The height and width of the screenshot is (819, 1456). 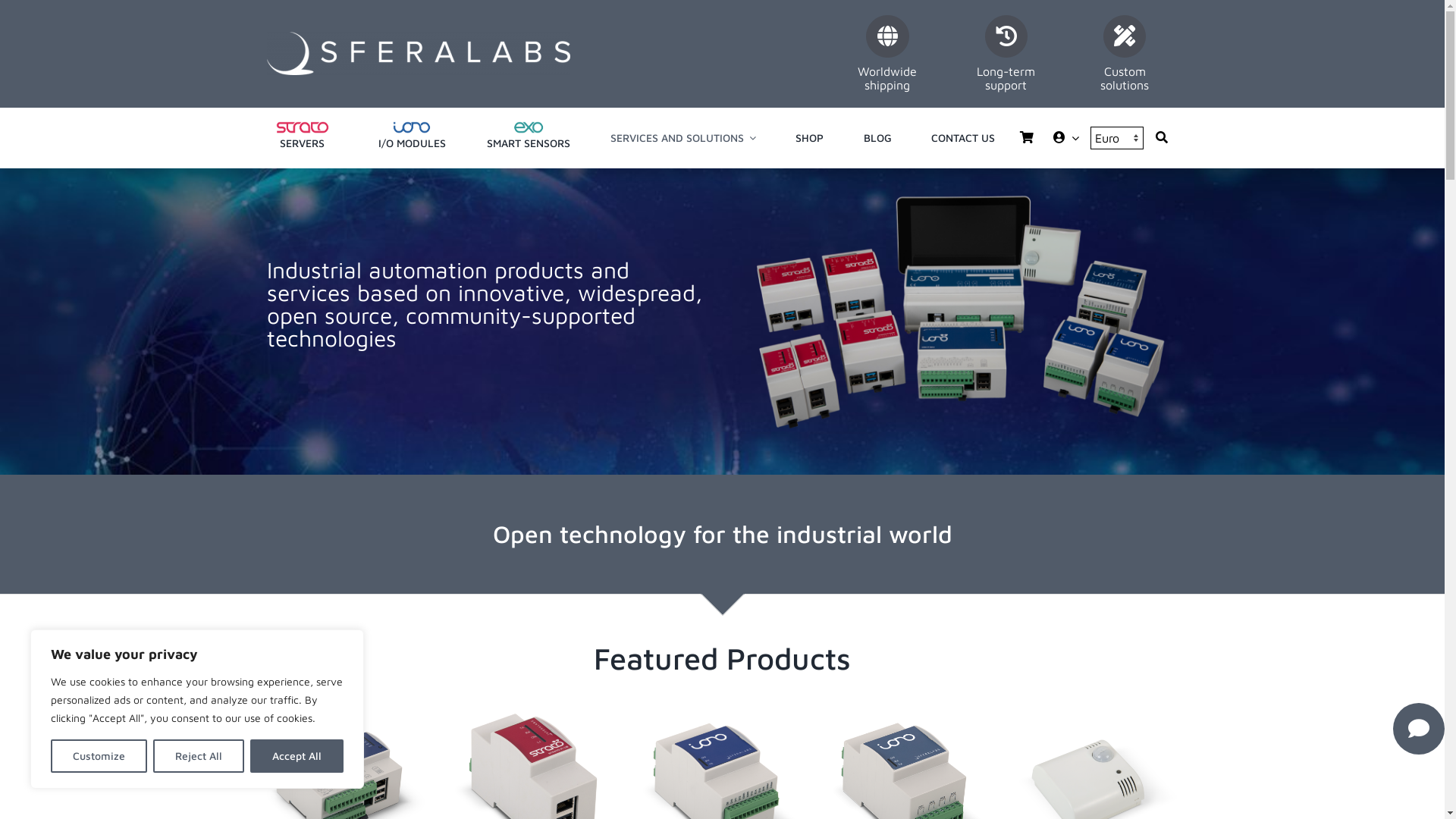 I want to click on 'exo-line', so click(x=528, y=127).